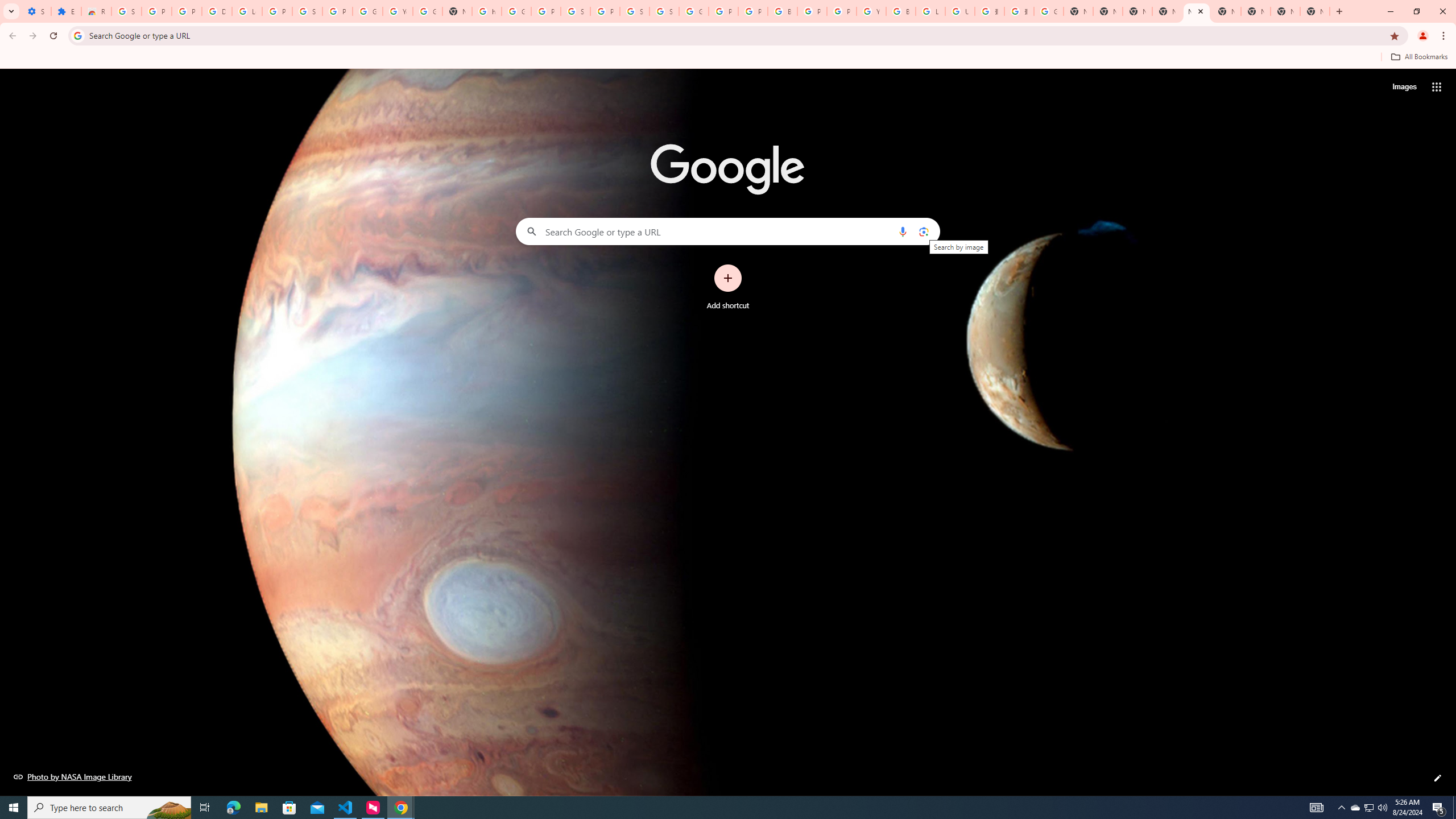  What do you see at coordinates (575, 11) in the screenshot?
I see `'Sign in - Google Accounts'` at bounding box center [575, 11].